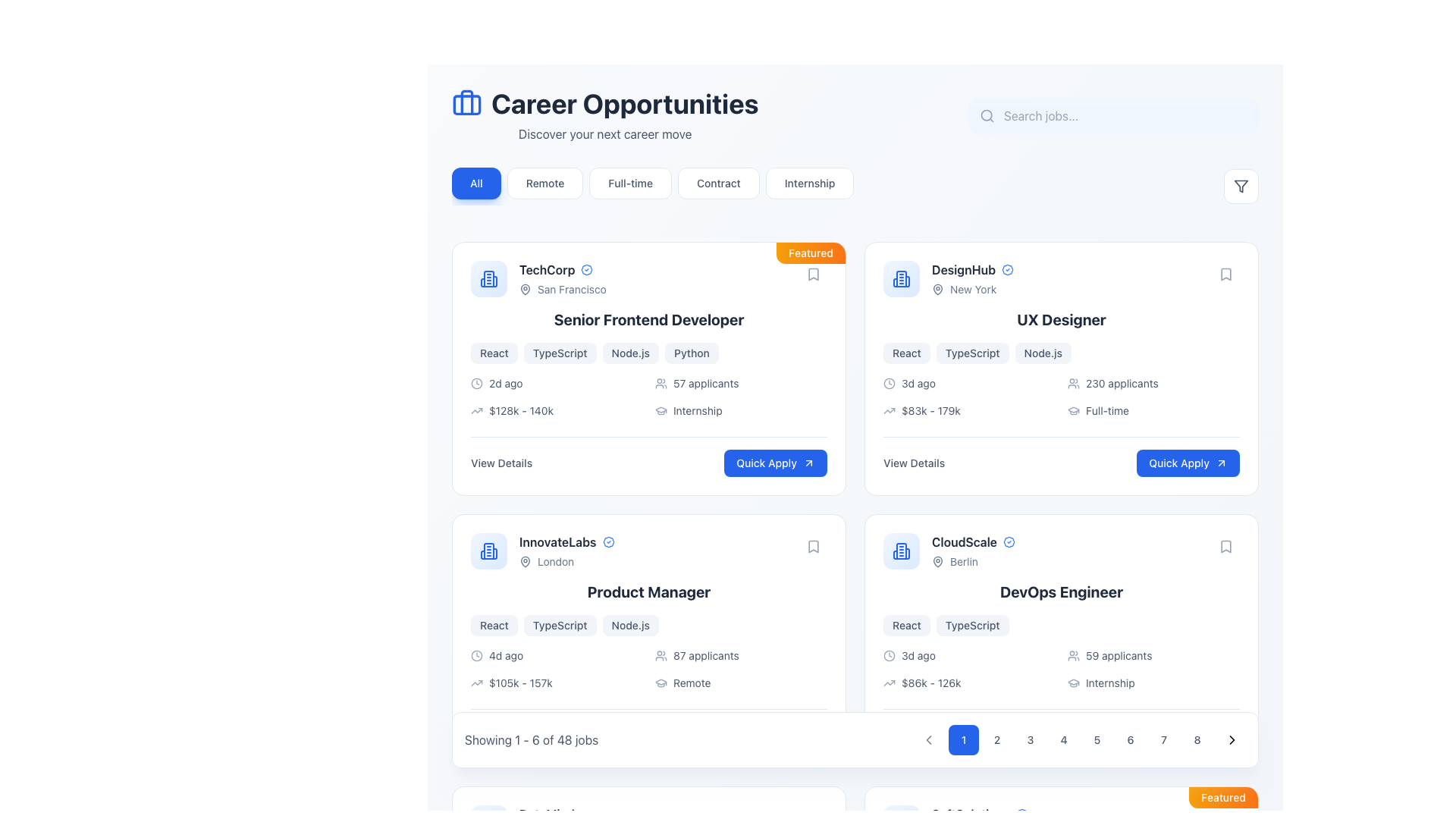 Image resolution: width=1456 pixels, height=819 pixels. I want to click on the SVG icon representing an upward trend line in the salary label section of the 'Senior Frontend Developer' job card from TechCorp, which precedes the text '$128k - 140k', so click(475, 411).